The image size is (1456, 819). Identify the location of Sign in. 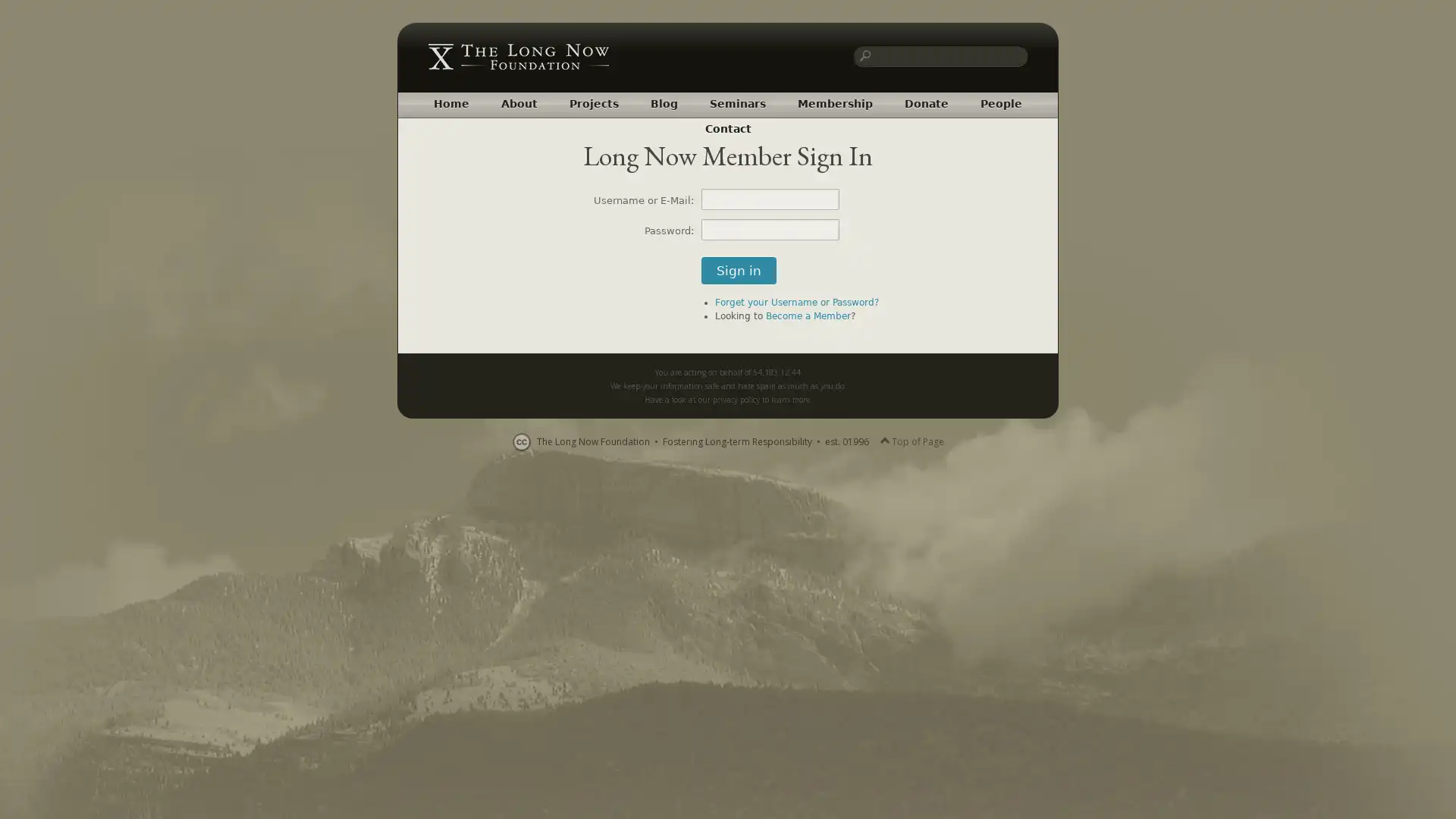
(739, 270).